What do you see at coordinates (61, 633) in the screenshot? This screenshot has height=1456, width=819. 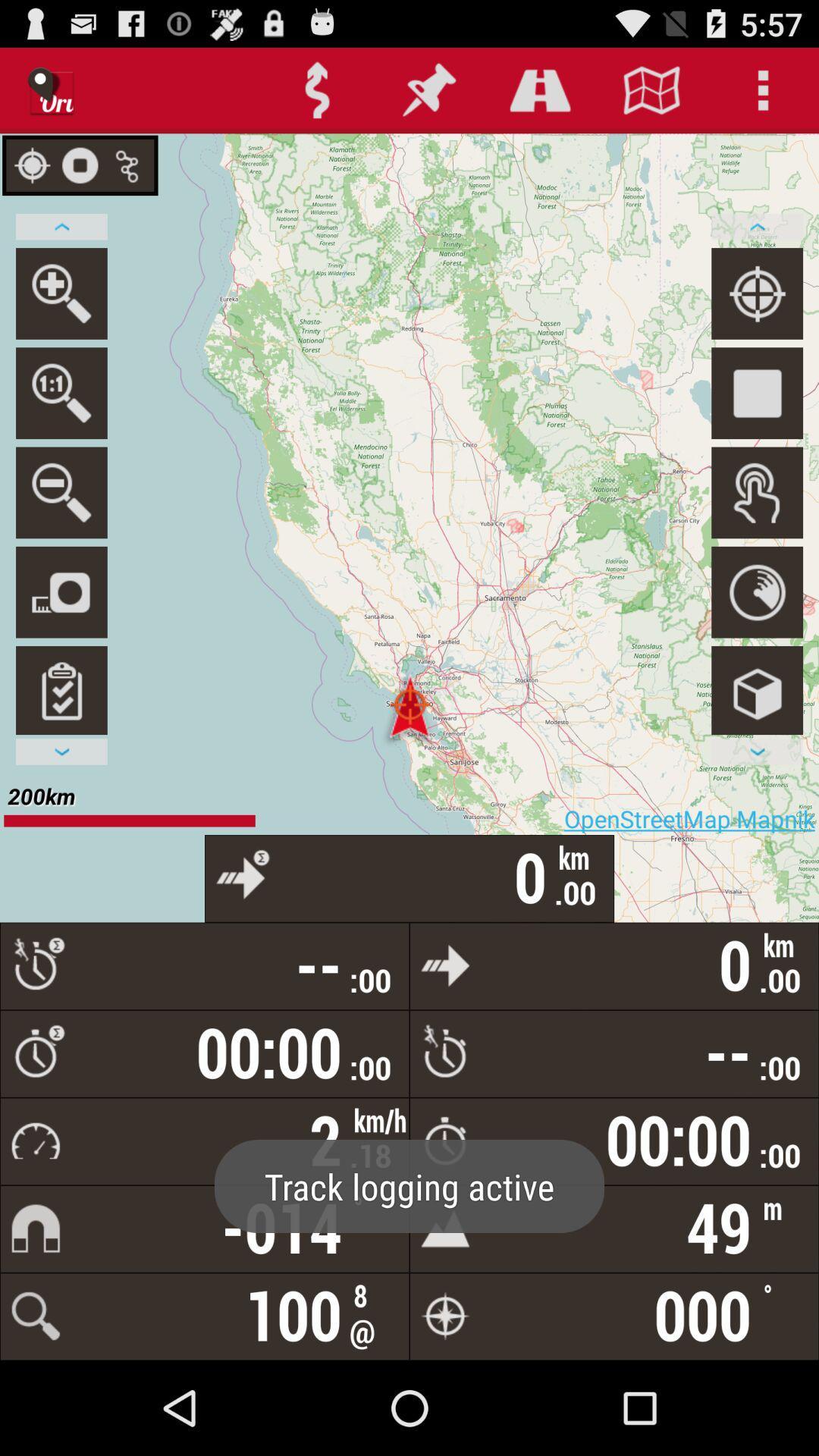 I see `the photo icon` at bounding box center [61, 633].